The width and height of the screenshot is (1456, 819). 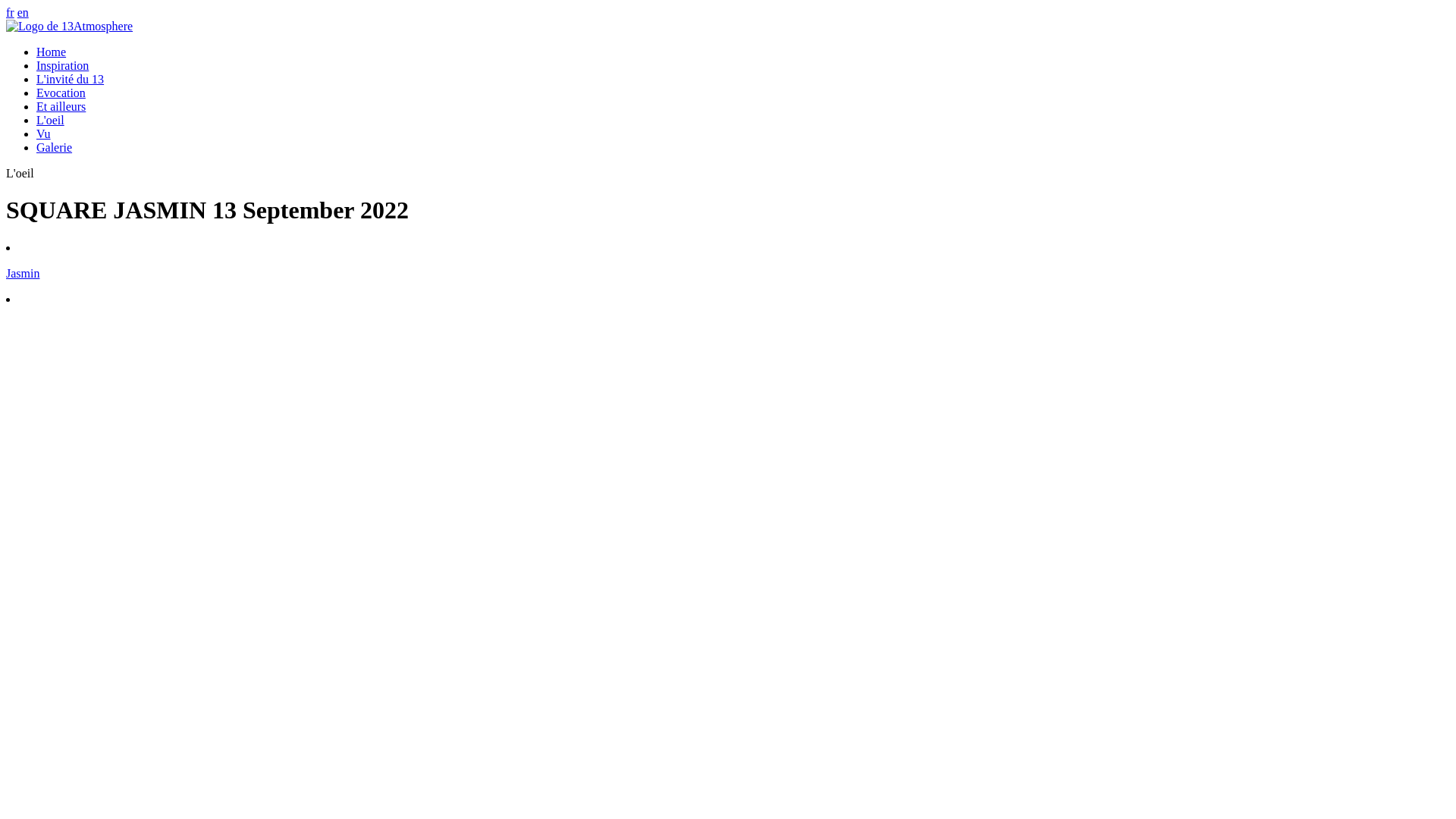 What do you see at coordinates (23, 12) in the screenshot?
I see `'en'` at bounding box center [23, 12].